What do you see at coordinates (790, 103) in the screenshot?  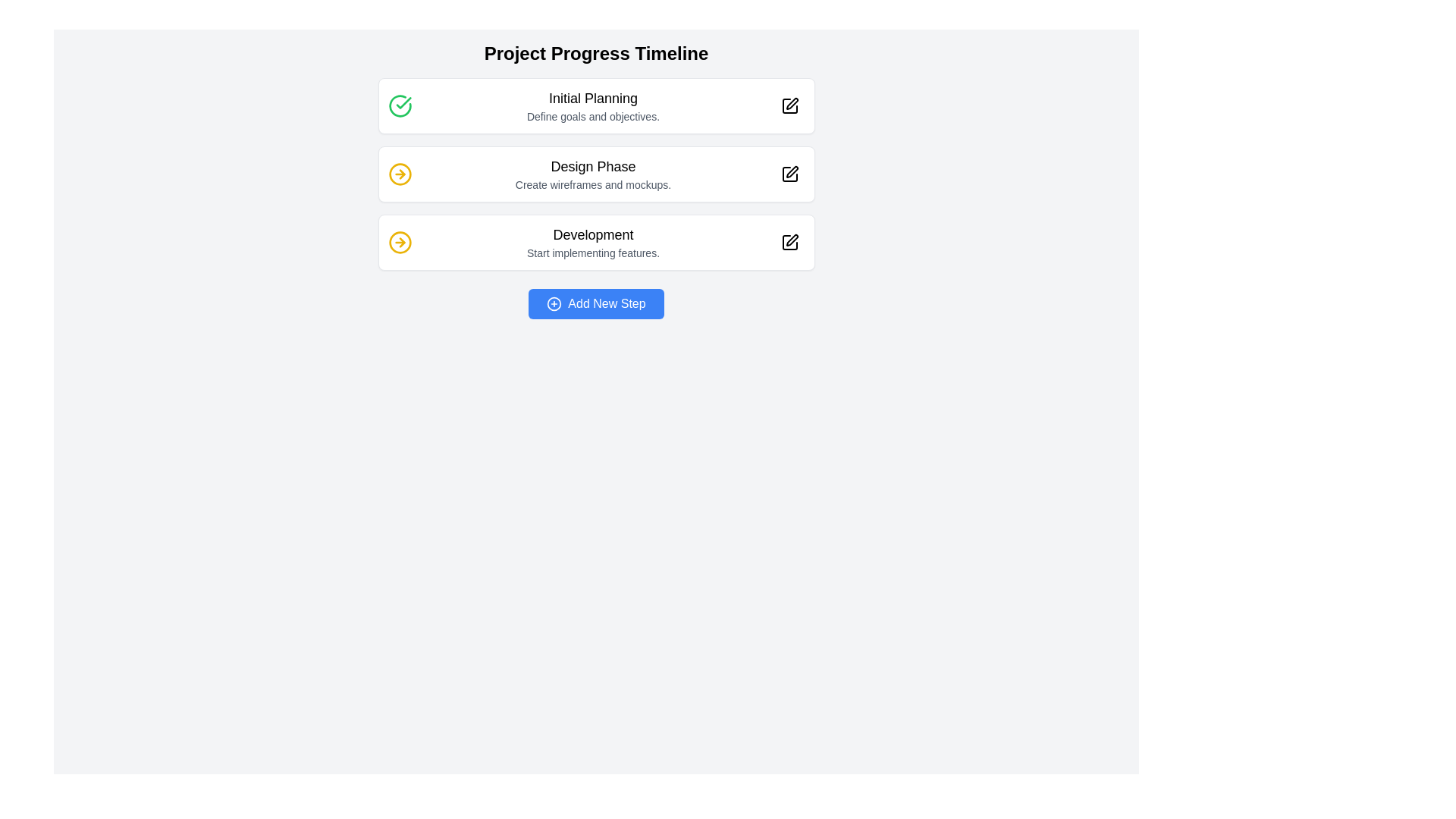 I see `the editing icon located in the upper-right corner of the 'Initial Planning' card to initiate editing` at bounding box center [790, 103].